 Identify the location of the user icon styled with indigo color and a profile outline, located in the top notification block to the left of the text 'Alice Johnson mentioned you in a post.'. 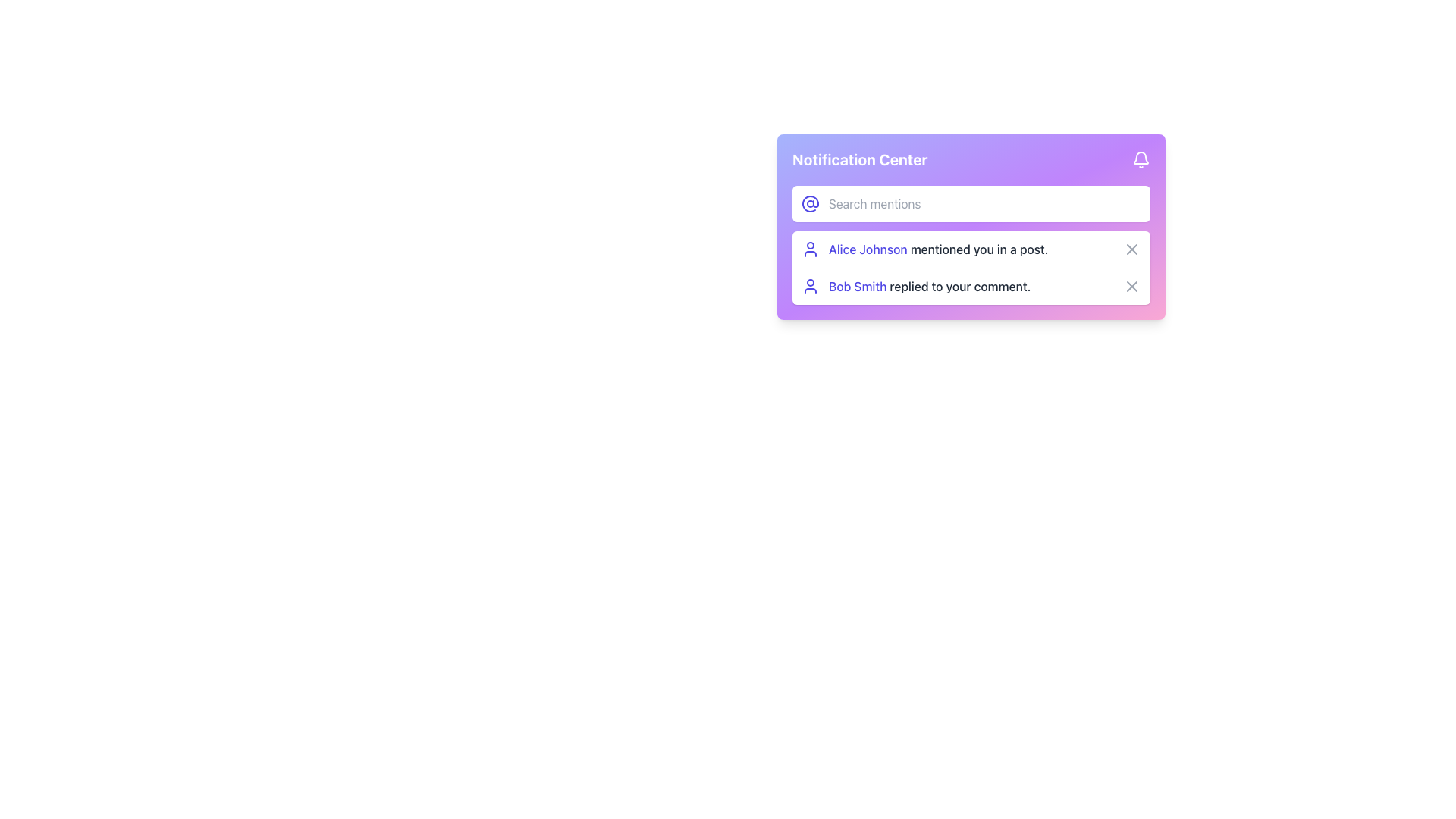
(810, 248).